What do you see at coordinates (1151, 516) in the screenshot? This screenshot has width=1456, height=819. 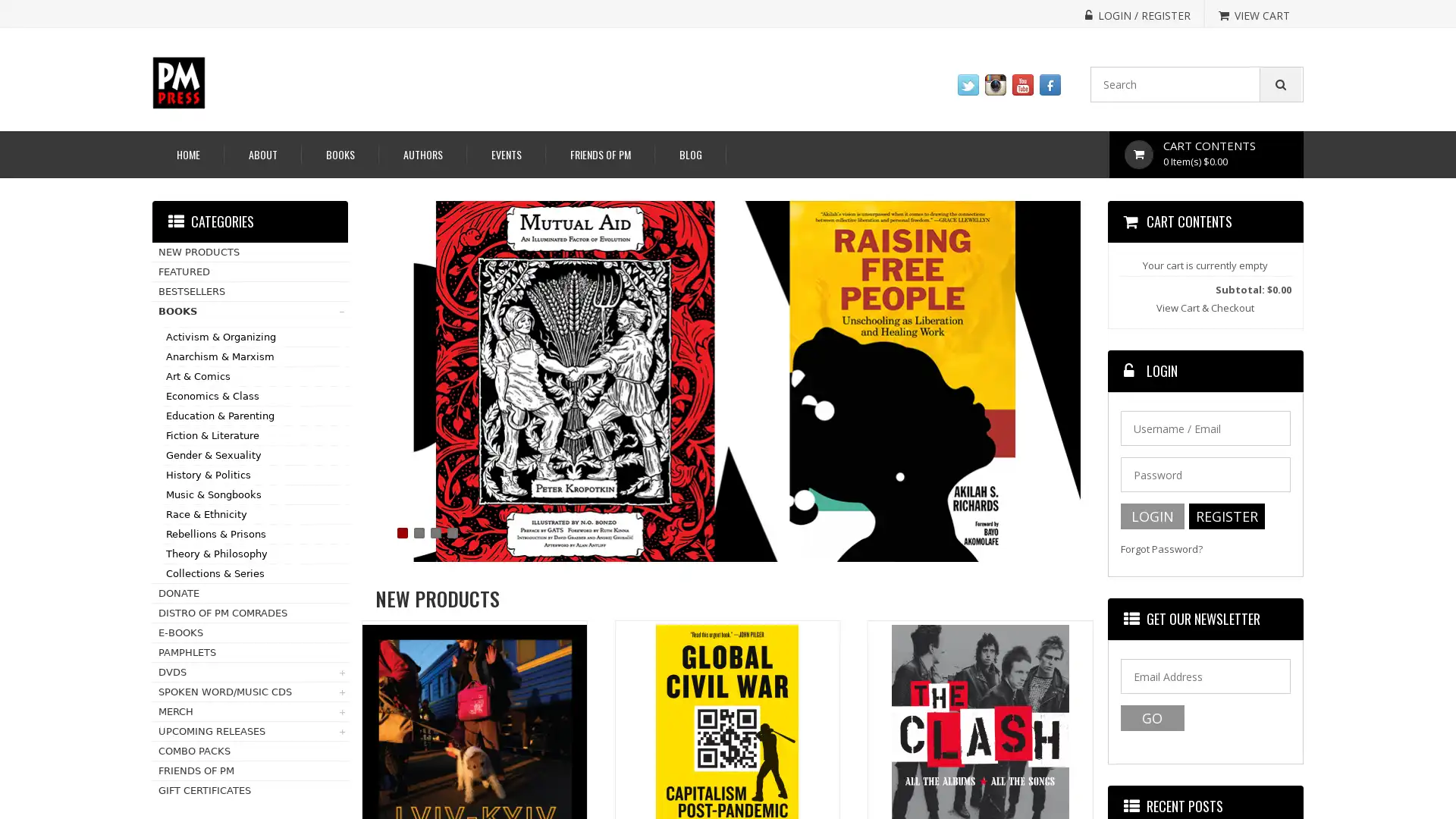 I see `Login` at bounding box center [1151, 516].